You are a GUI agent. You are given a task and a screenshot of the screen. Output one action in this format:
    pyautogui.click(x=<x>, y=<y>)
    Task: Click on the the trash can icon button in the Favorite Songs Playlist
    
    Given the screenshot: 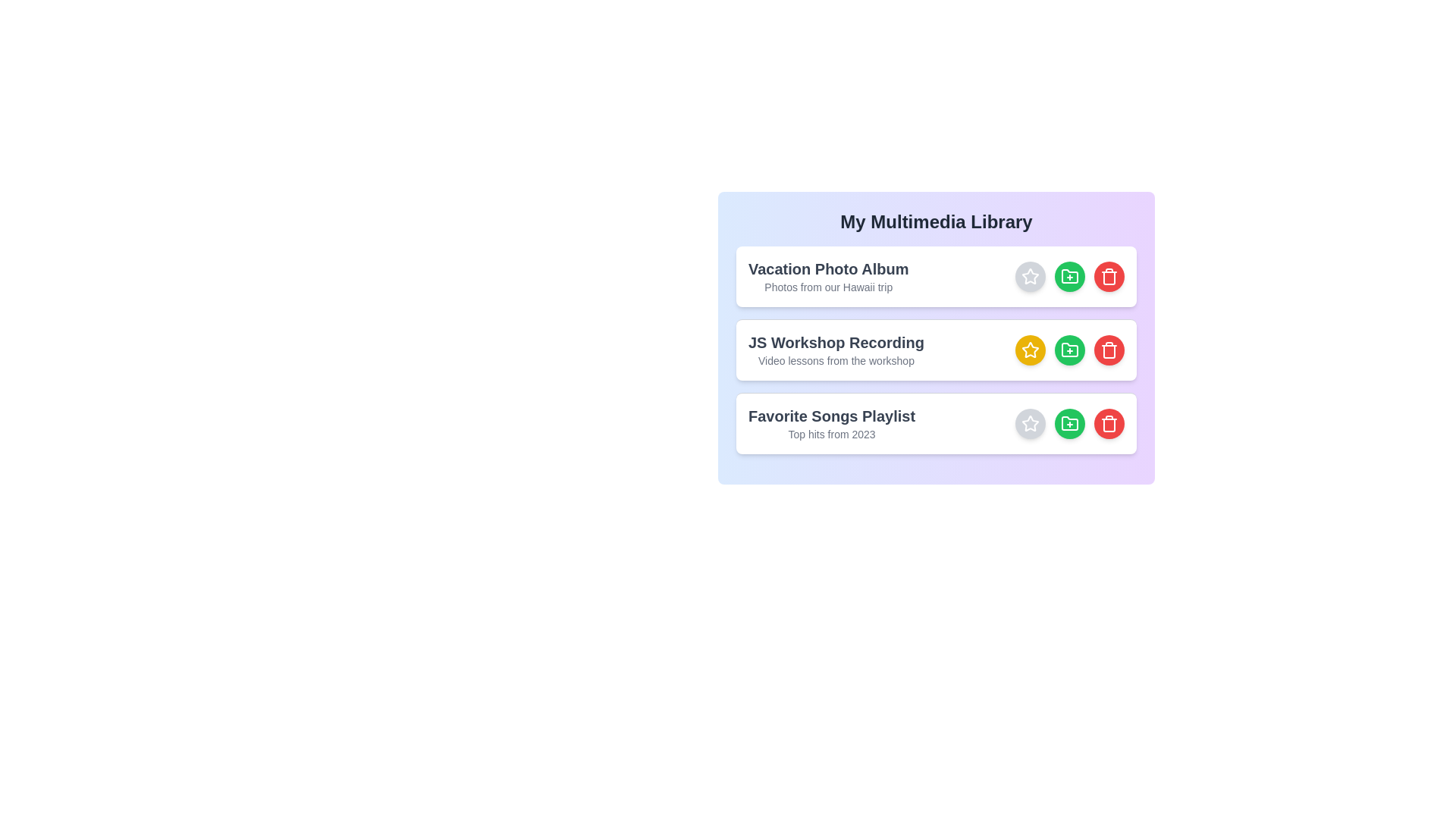 What is the action you would take?
    pyautogui.click(x=1109, y=350)
    